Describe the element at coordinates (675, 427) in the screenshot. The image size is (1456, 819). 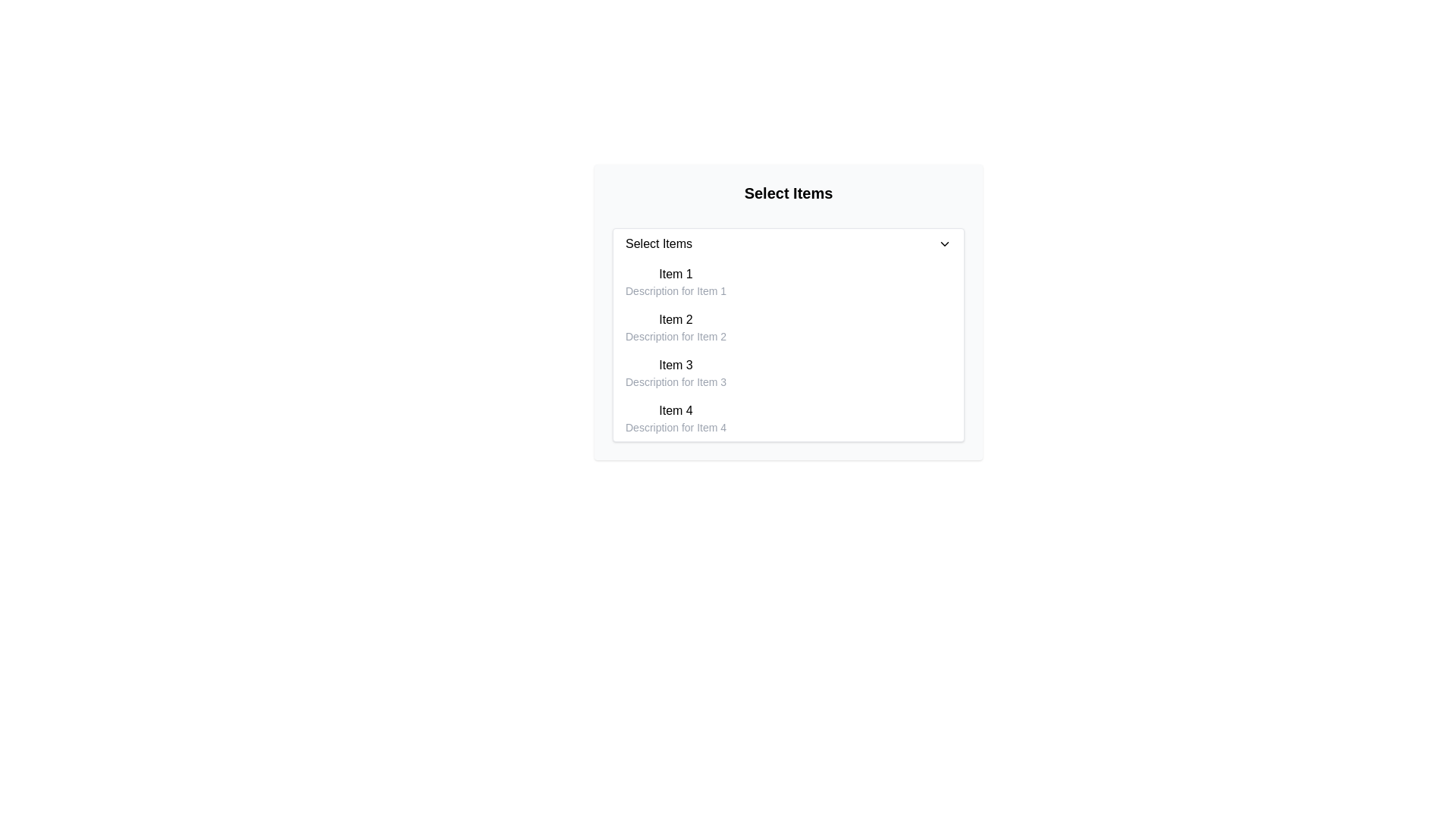
I see `the Text Label providing additional details about 'Item 4' in the dropdown list, which is located directly below the item title` at that location.